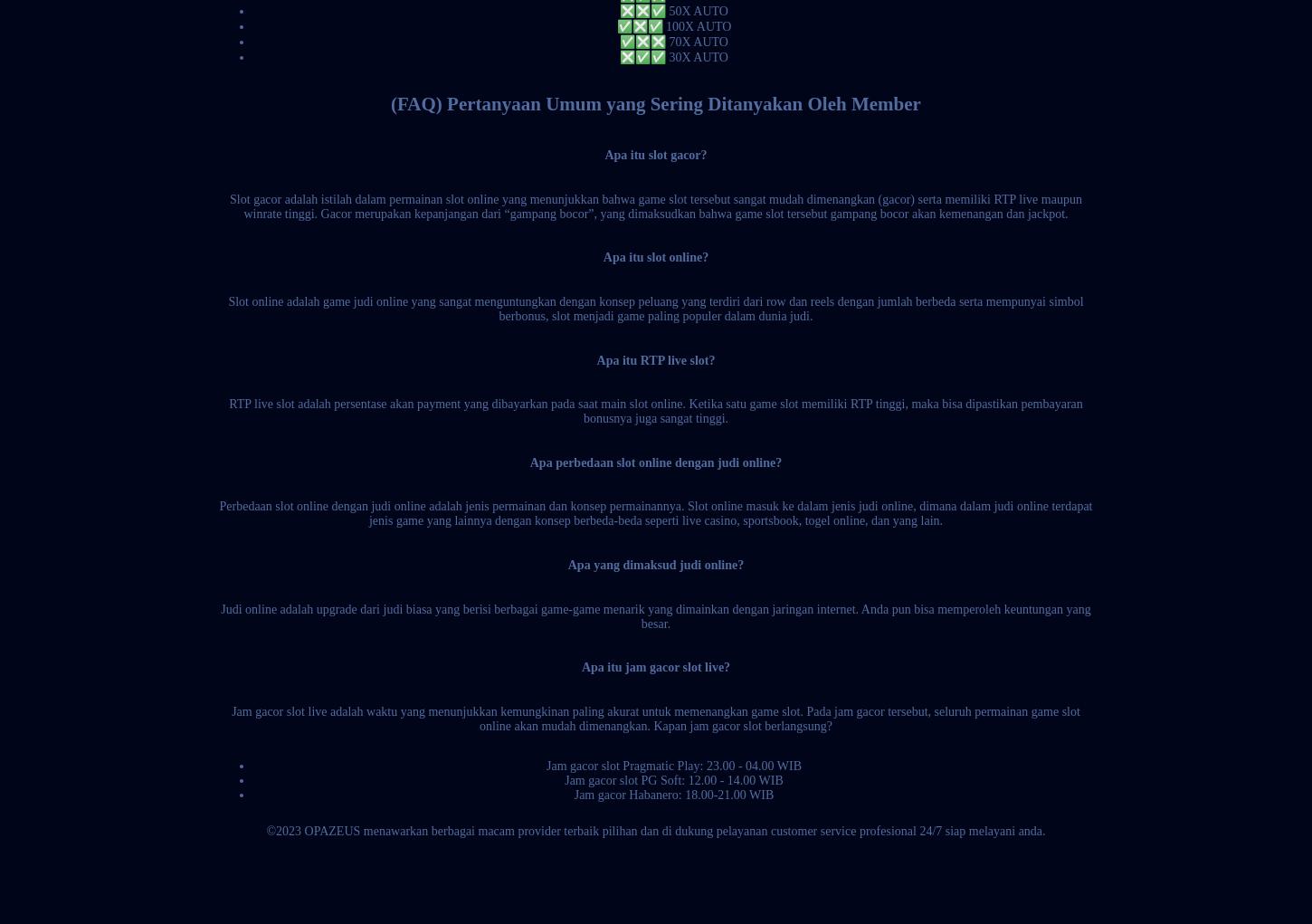 The width and height of the screenshot is (1312, 924). Describe the element at coordinates (654, 615) in the screenshot. I see `'Judi online adalah upgrade dari judi biasa yang berisi berbagai game-game menarik yang dimainkan dengan jaringan internet. Anda pun bisa memperoleh keuntungan yang besar.'` at that location.